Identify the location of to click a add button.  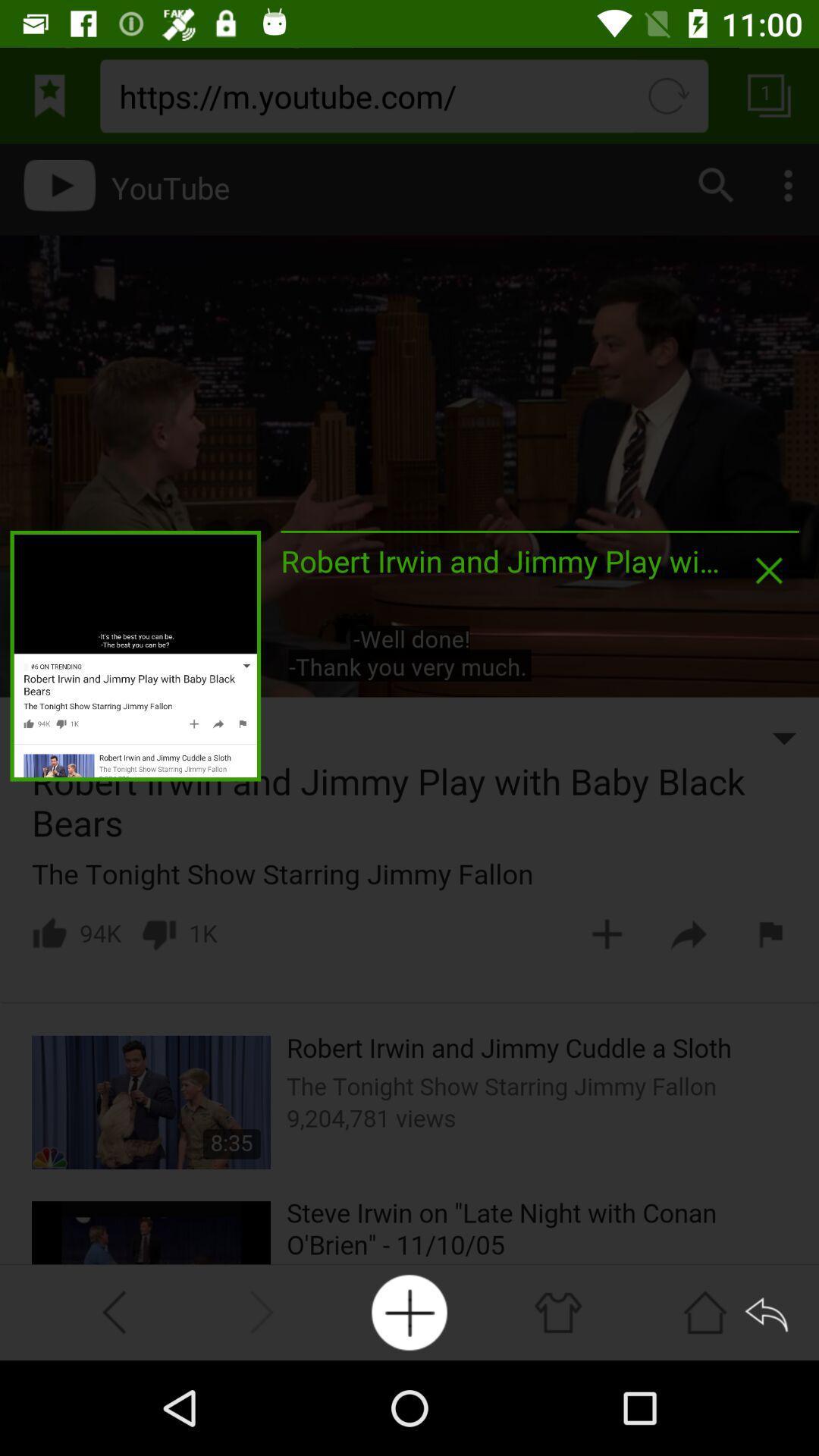
(409, 1312).